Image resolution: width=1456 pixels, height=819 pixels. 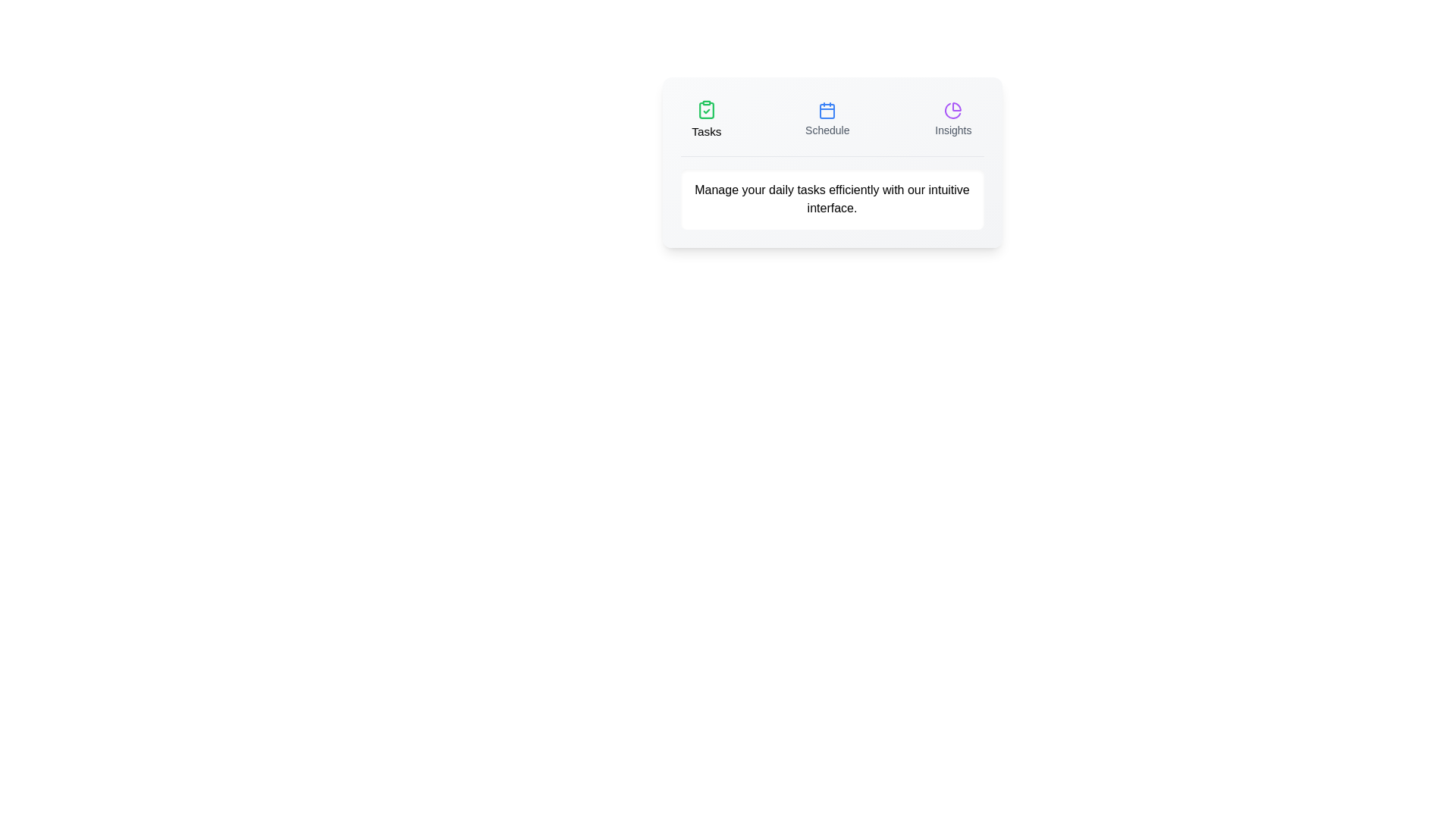 I want to click on the Tasks tab by clicking on its label or icon, so click(x=705, y=119).